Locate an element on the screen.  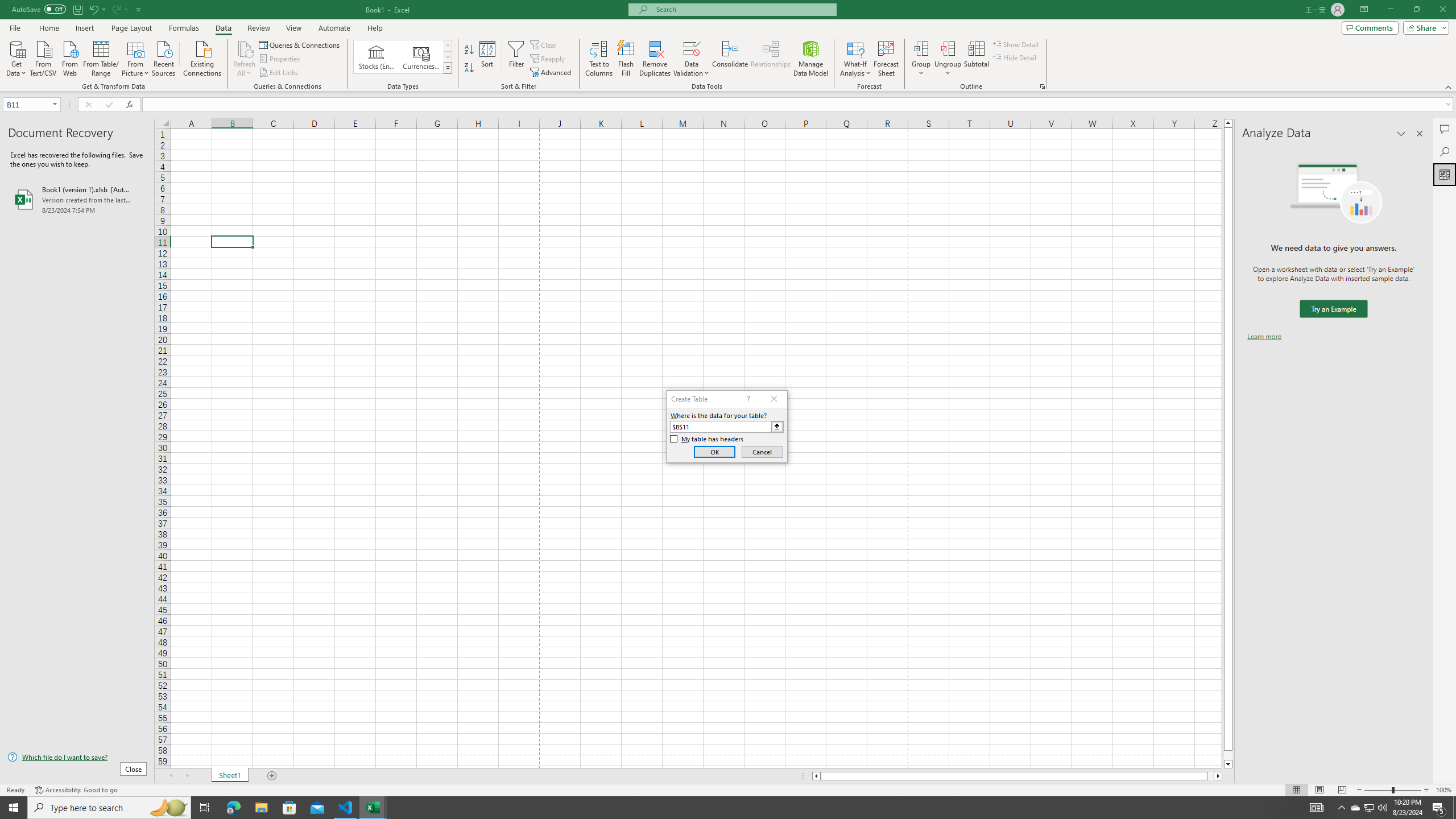
'AutomationID: ConvertToLinkedEntity' is located at coordinates (403, 56).